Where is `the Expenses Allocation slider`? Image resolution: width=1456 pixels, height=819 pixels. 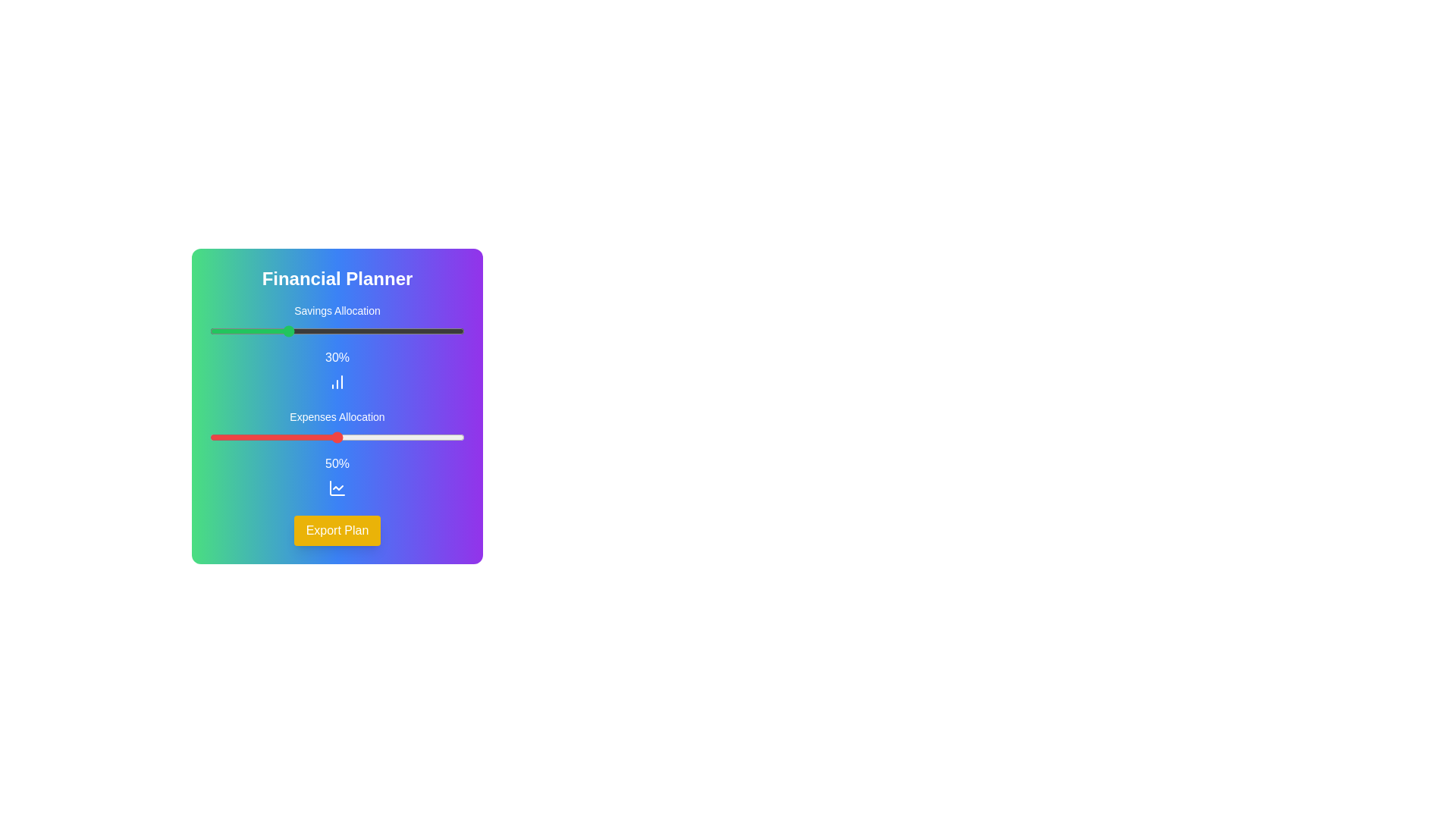 the Expenses Allocation slider is located at coordinates (318, 438).